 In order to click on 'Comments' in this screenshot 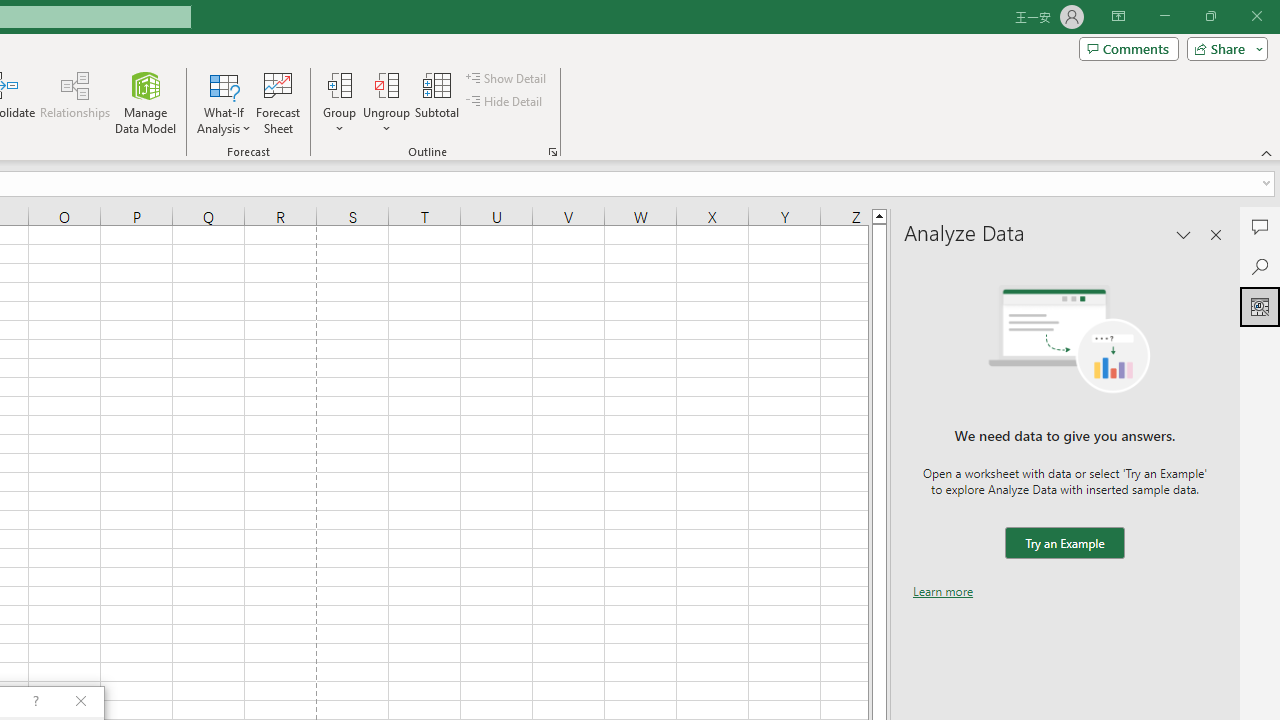, I will do `click(1128, 47)`.